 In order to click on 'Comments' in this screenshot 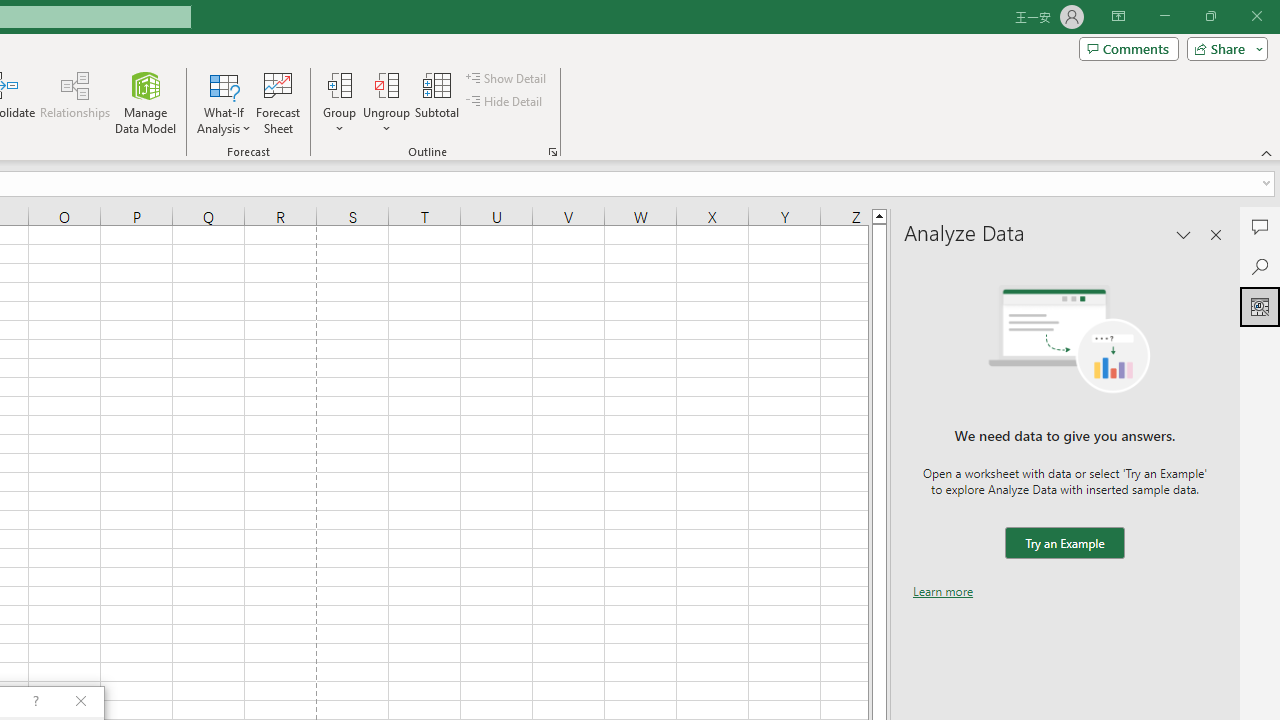, I will do `click(1128, 47)`.